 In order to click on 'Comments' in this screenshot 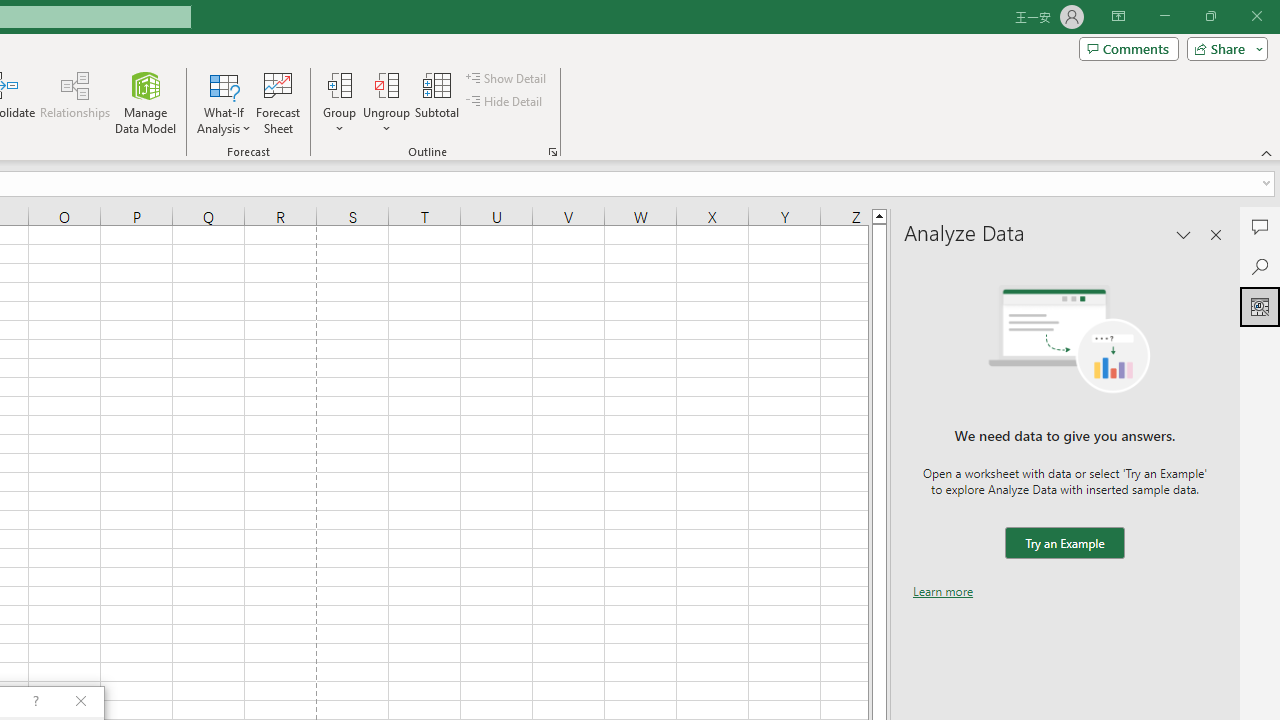, I will do `click(1128, 47)`.